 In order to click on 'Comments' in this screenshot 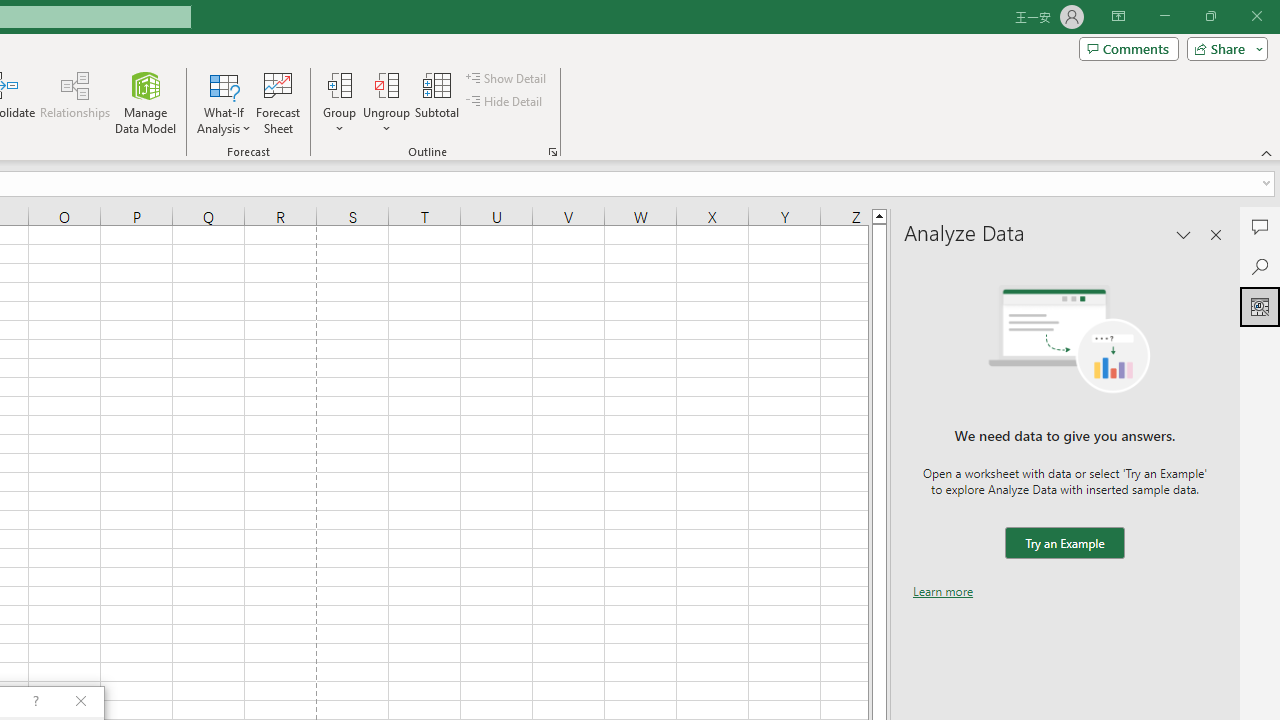, I will do `click(1128, 47)`.